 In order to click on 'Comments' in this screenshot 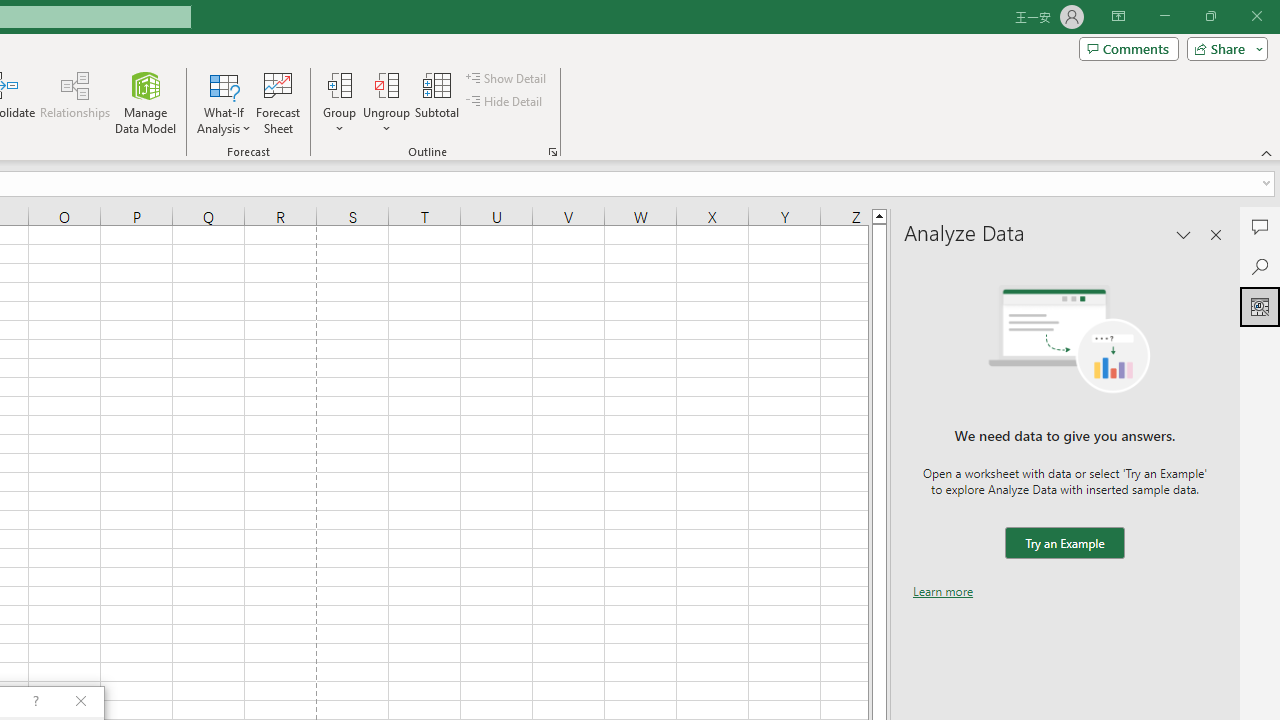, I will do `click(1128, 47)`.